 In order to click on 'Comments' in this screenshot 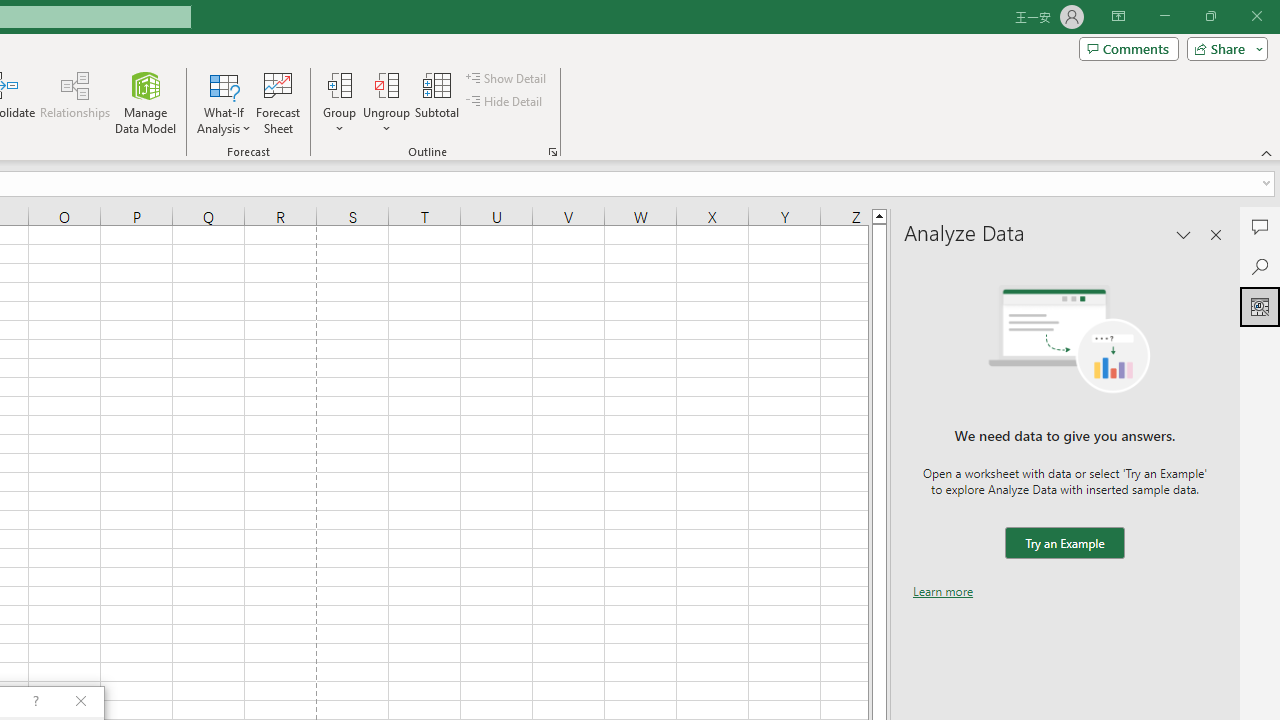, I will do `click(1128, 47)`.